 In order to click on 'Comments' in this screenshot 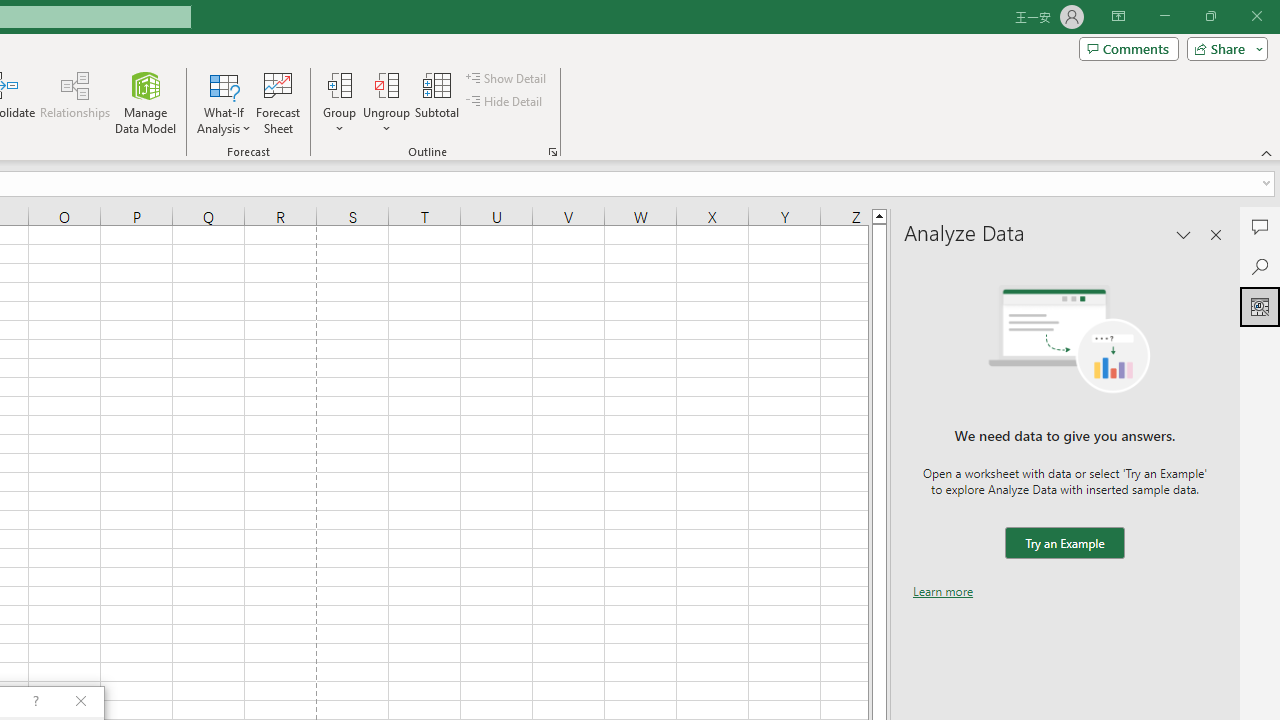, I will do `click(1128, 47)`.